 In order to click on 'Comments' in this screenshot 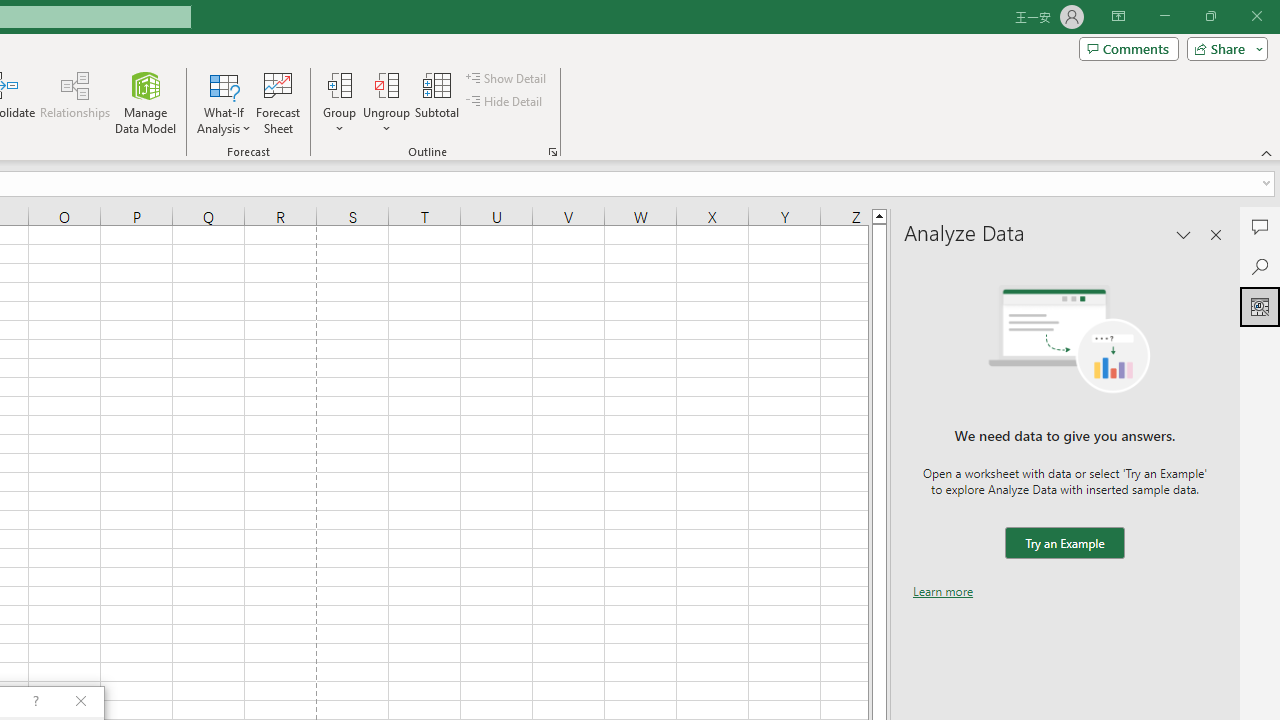, I will do `click(1128, 47)`.